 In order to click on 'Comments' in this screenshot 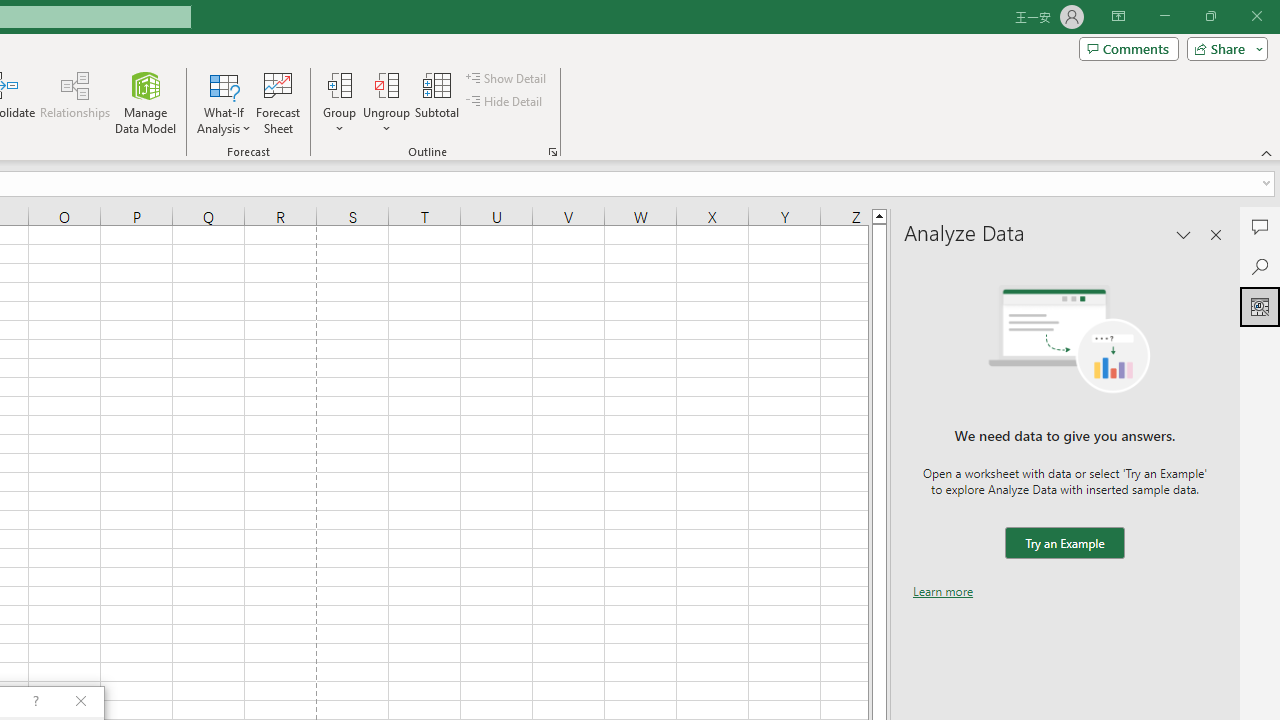, I will do `click(1128, 47)`.